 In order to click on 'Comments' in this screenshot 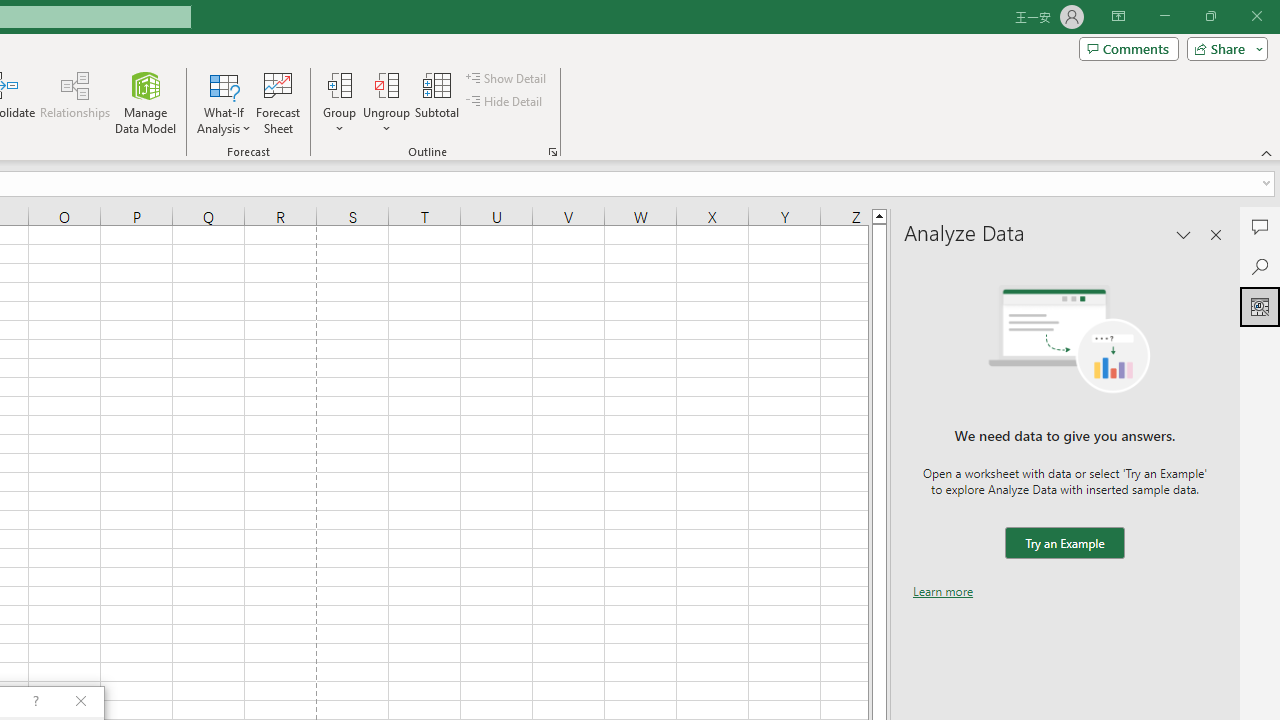, I will do `click(1128, 47)`.